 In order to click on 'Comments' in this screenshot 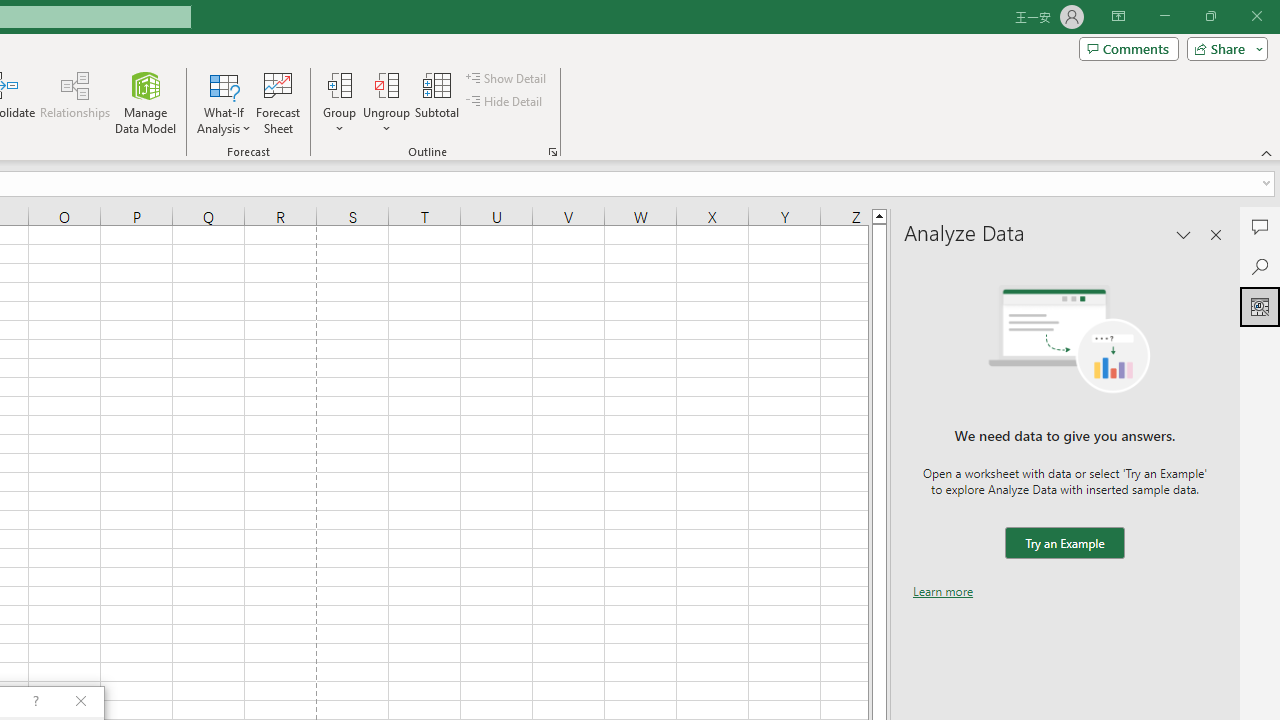, I will do `click(1128, 47)`.